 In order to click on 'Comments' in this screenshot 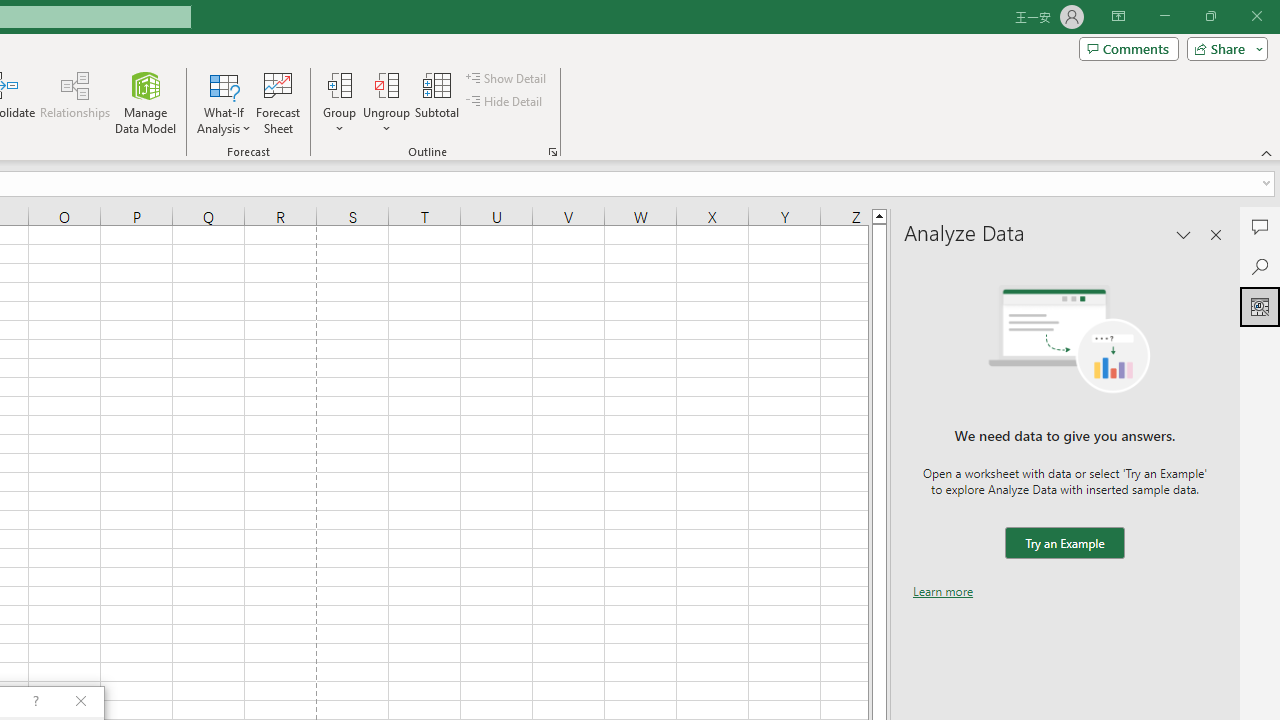, I will do `click(1128, 47)`.